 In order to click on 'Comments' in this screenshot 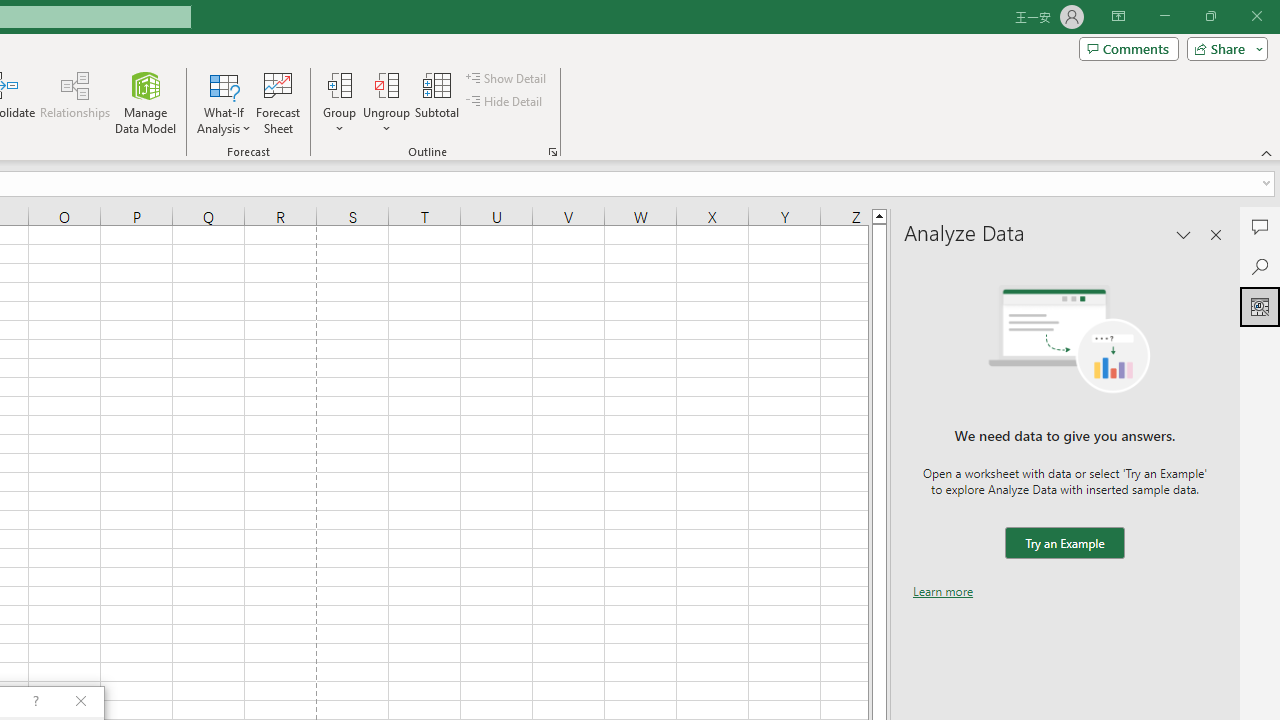, I will do `click(1128, 47)`.